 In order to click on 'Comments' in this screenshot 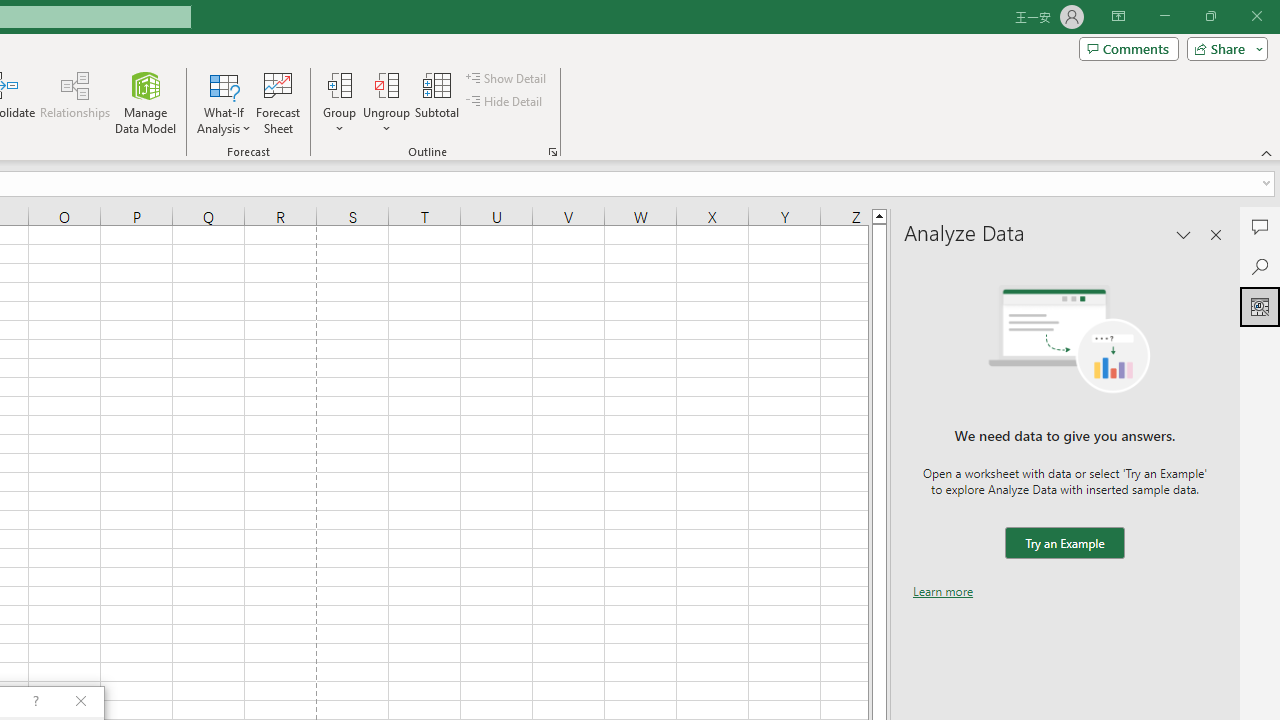, I will do `click(1128, 47)`.